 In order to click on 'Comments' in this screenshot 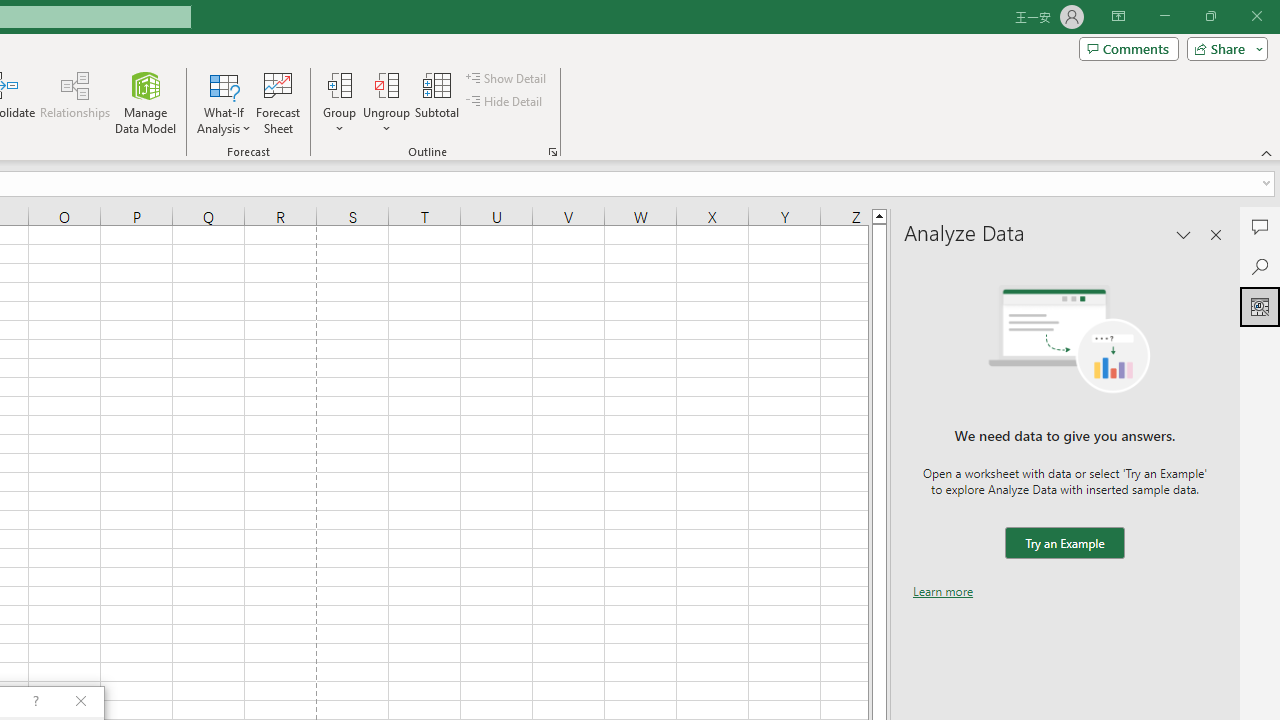, I will do `click(1128, 47)`.